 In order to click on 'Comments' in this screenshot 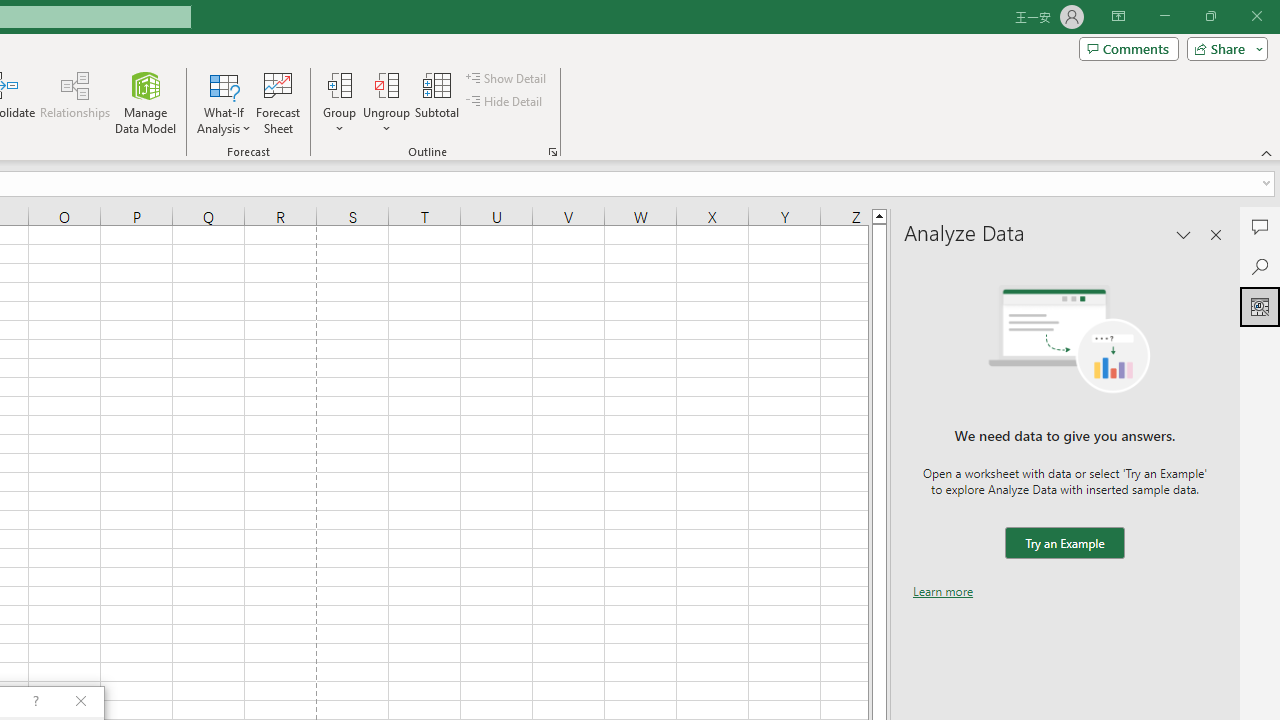, I will do `click(1128, 47)`.